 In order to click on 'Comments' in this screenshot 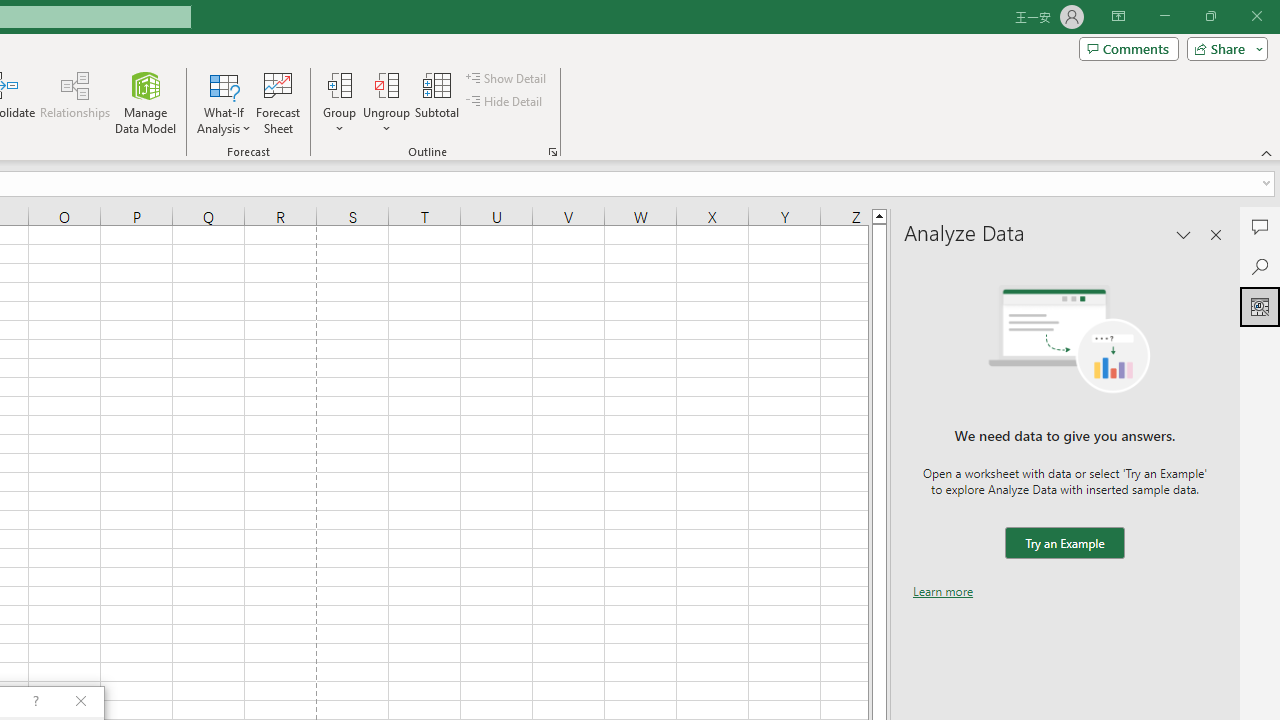, I will do `click(1128, 47)`.